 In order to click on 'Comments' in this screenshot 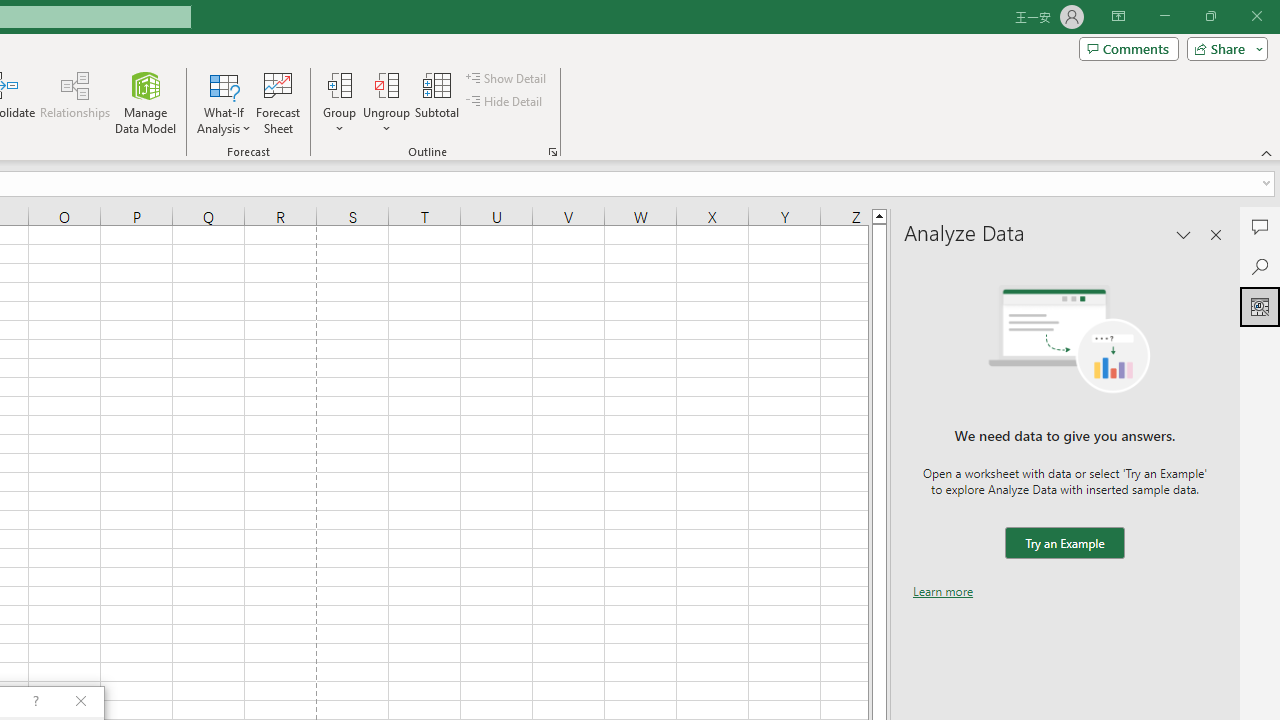, I will do `click(1128, 47)`.